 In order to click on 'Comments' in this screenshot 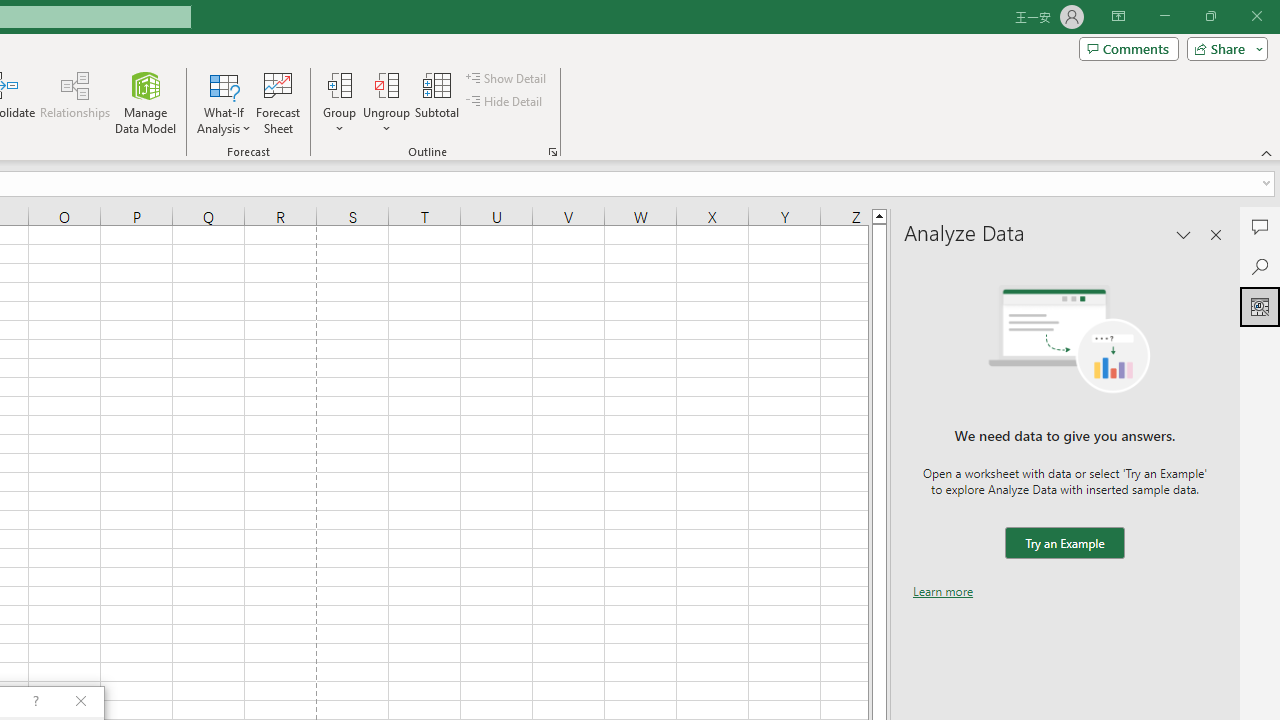, I will do `click(1128, 47)`.